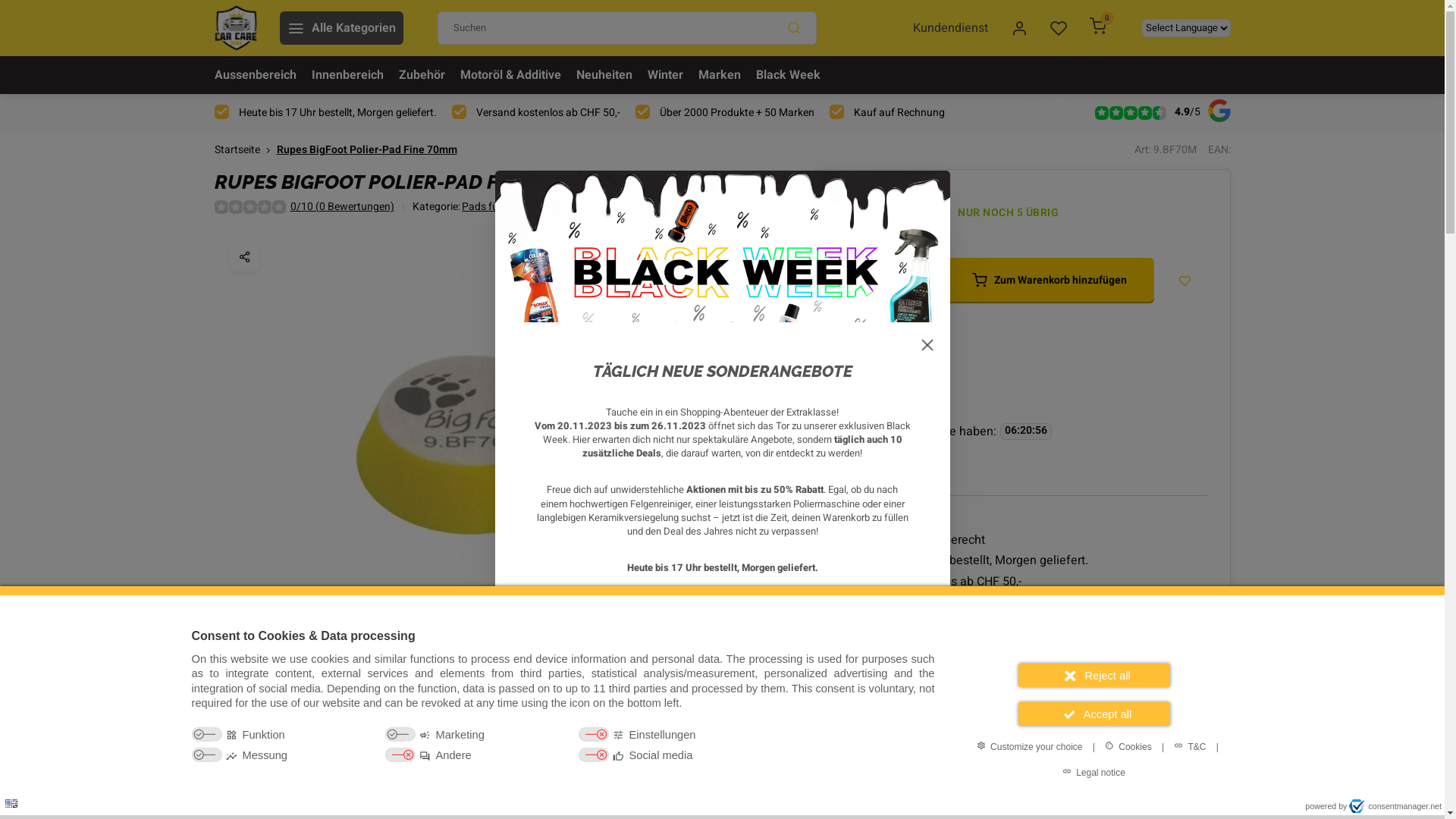  I want to click on 'Privacy settings', so click(17, 800).